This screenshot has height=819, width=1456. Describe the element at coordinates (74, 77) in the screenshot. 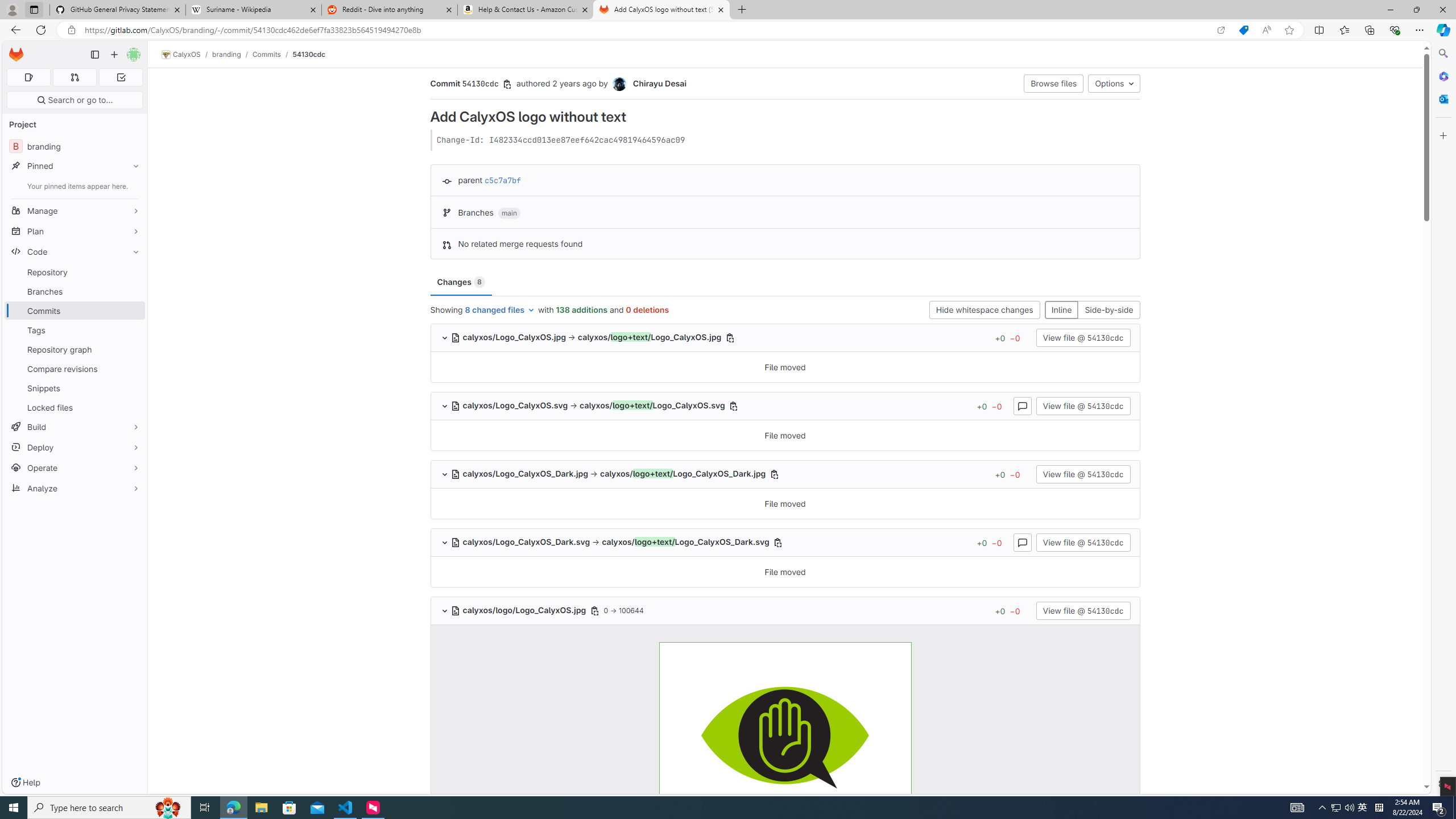

I see `'Merge requests 0'` at that location.